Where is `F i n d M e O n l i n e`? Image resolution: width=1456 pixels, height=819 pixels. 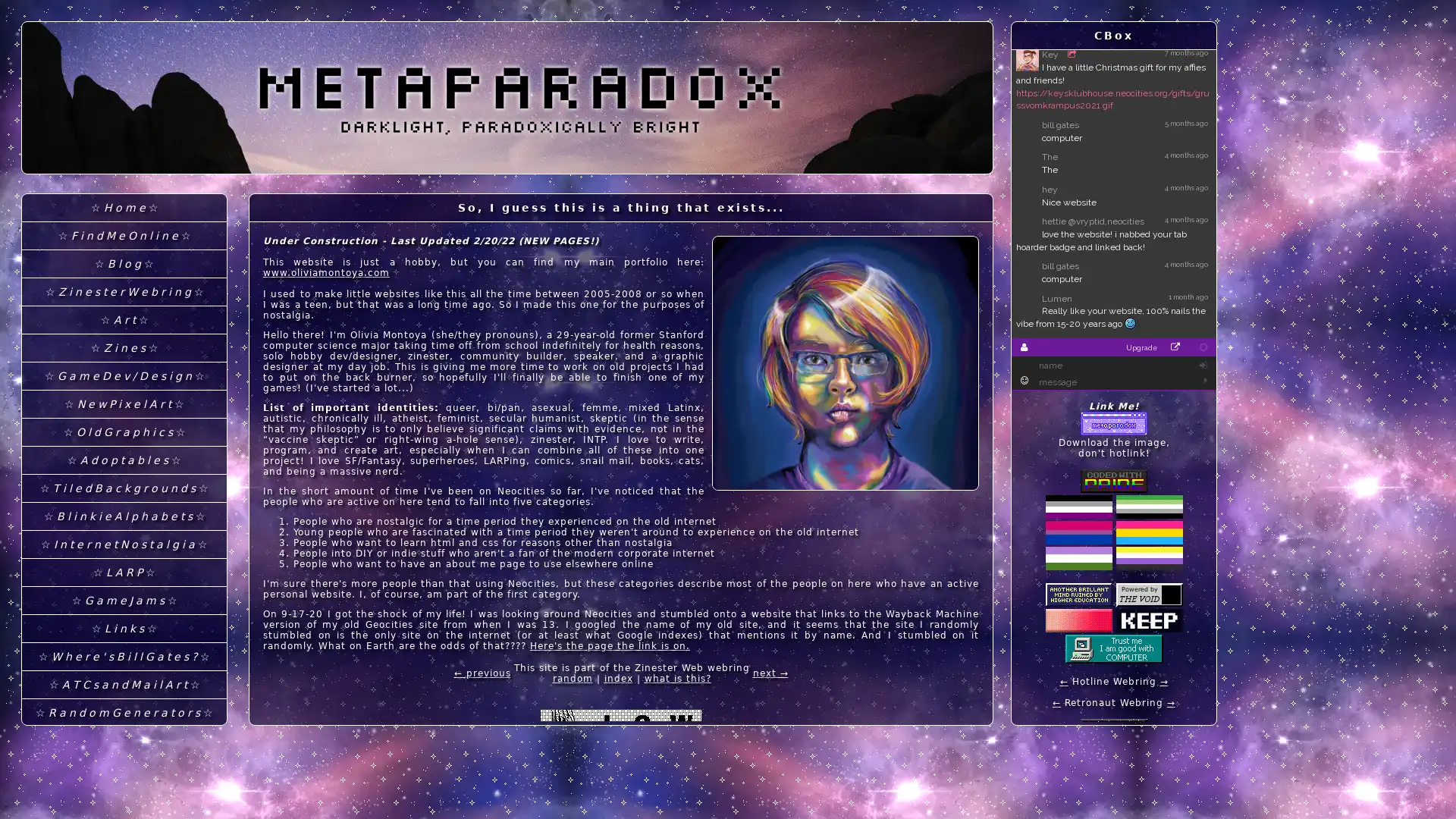
F i n d M e O n l i n e is located at coordinates (124, 236).